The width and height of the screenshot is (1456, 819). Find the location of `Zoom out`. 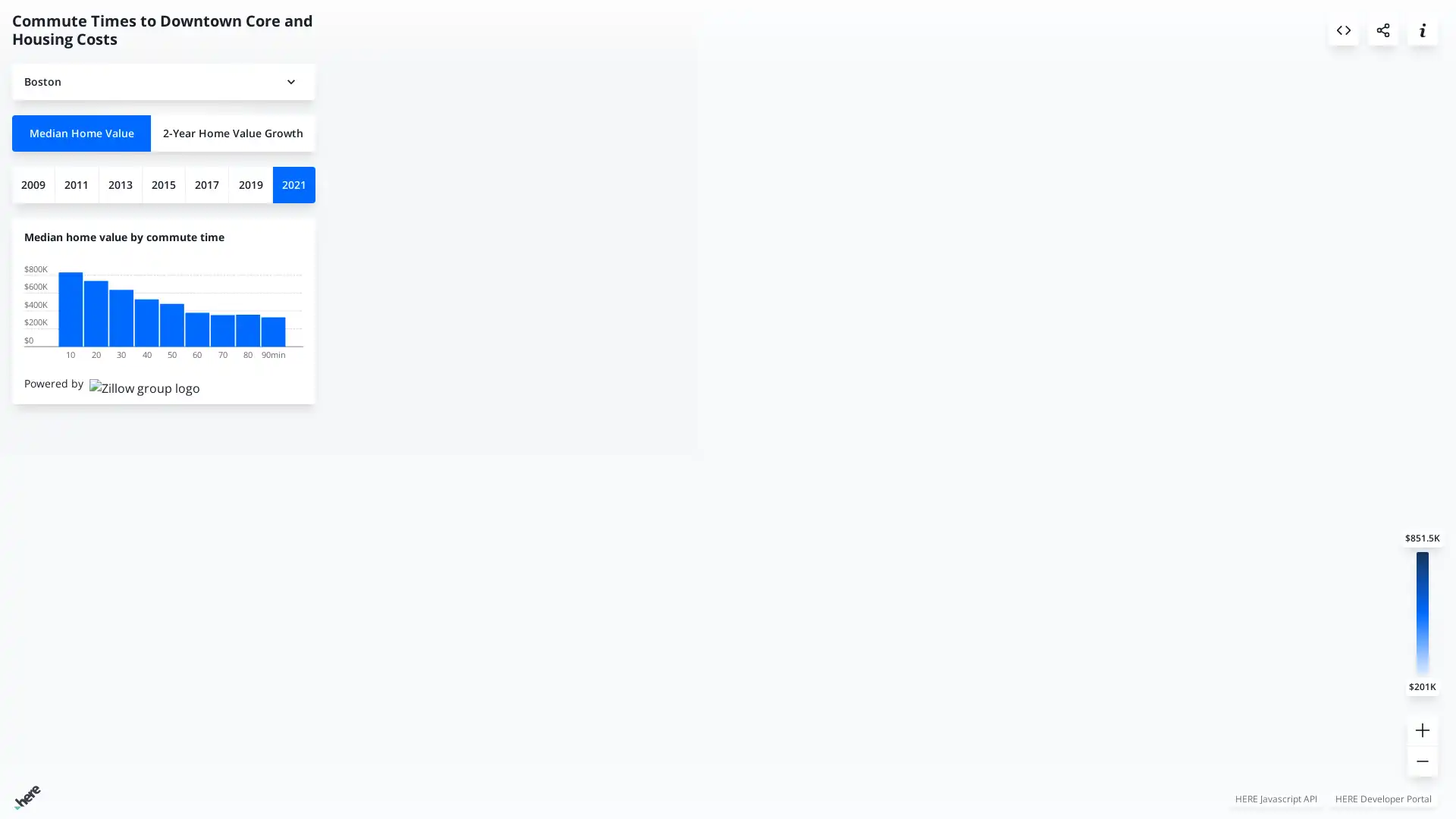

Zoom out is located at coordinates (1422, 761).